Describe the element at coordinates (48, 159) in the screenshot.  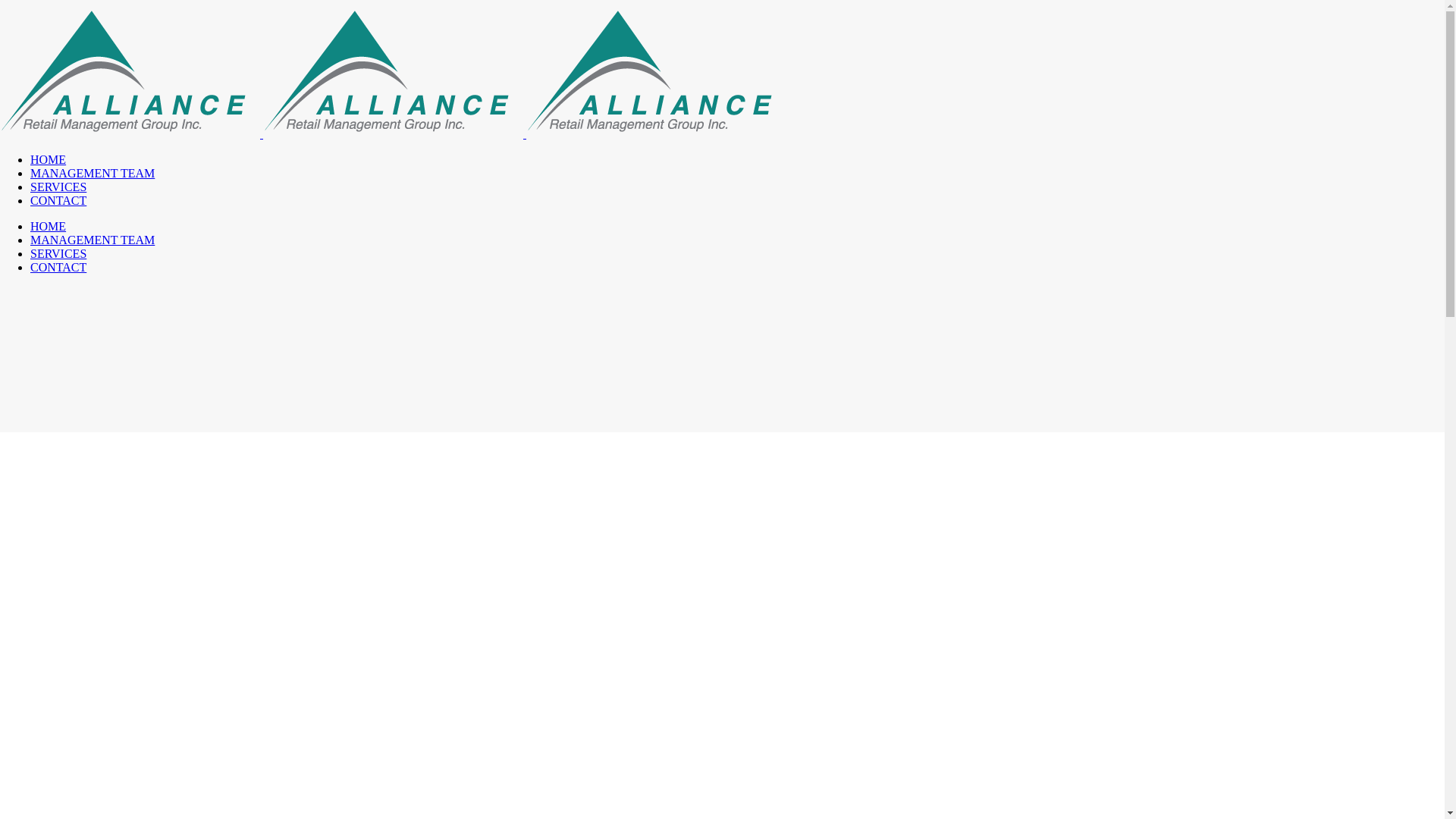
I see `'HOME'` at that location.